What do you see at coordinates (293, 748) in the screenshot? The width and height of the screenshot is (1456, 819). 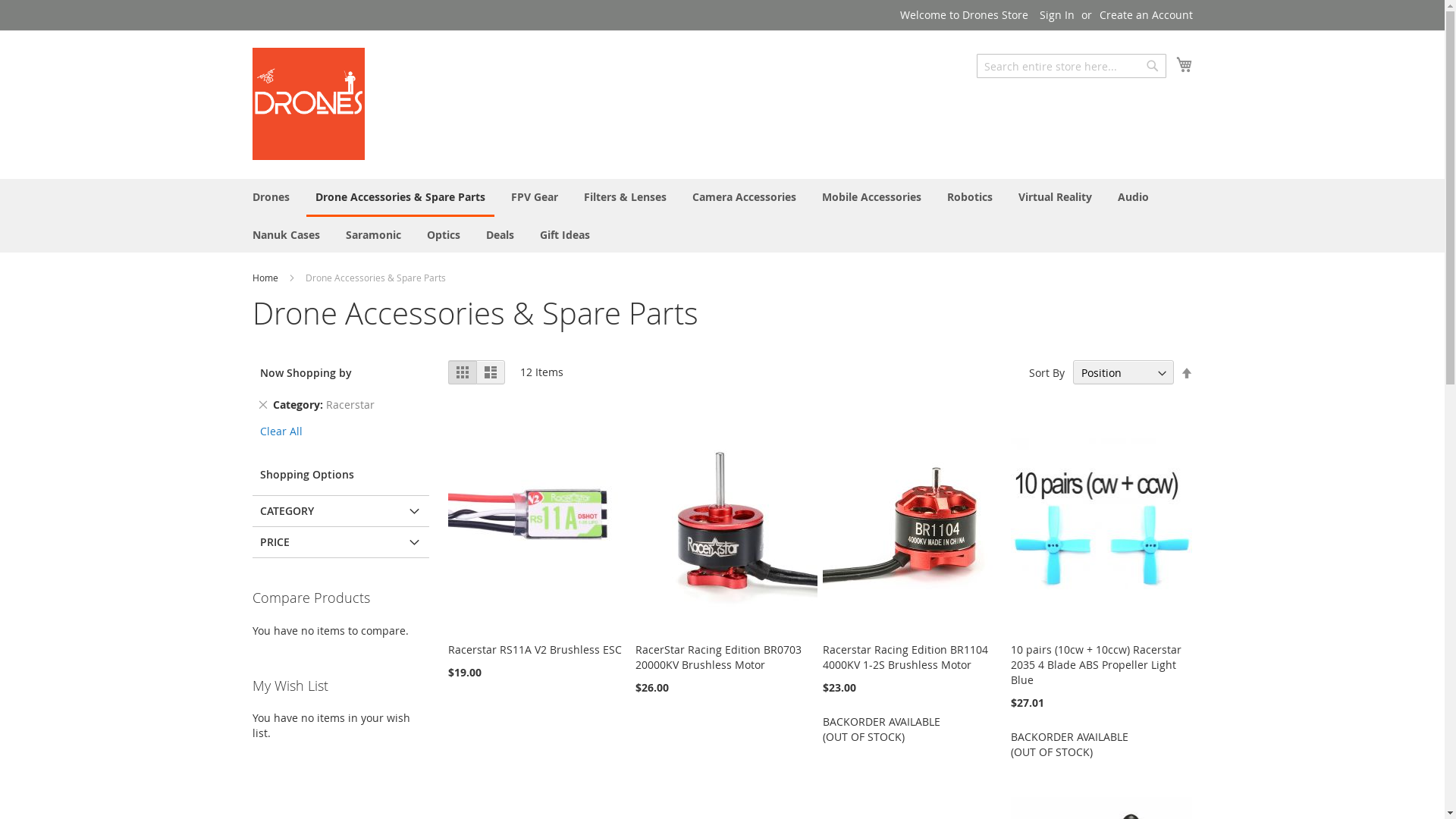 I see `'Add to Cart'` at bounding box center [293, 748].